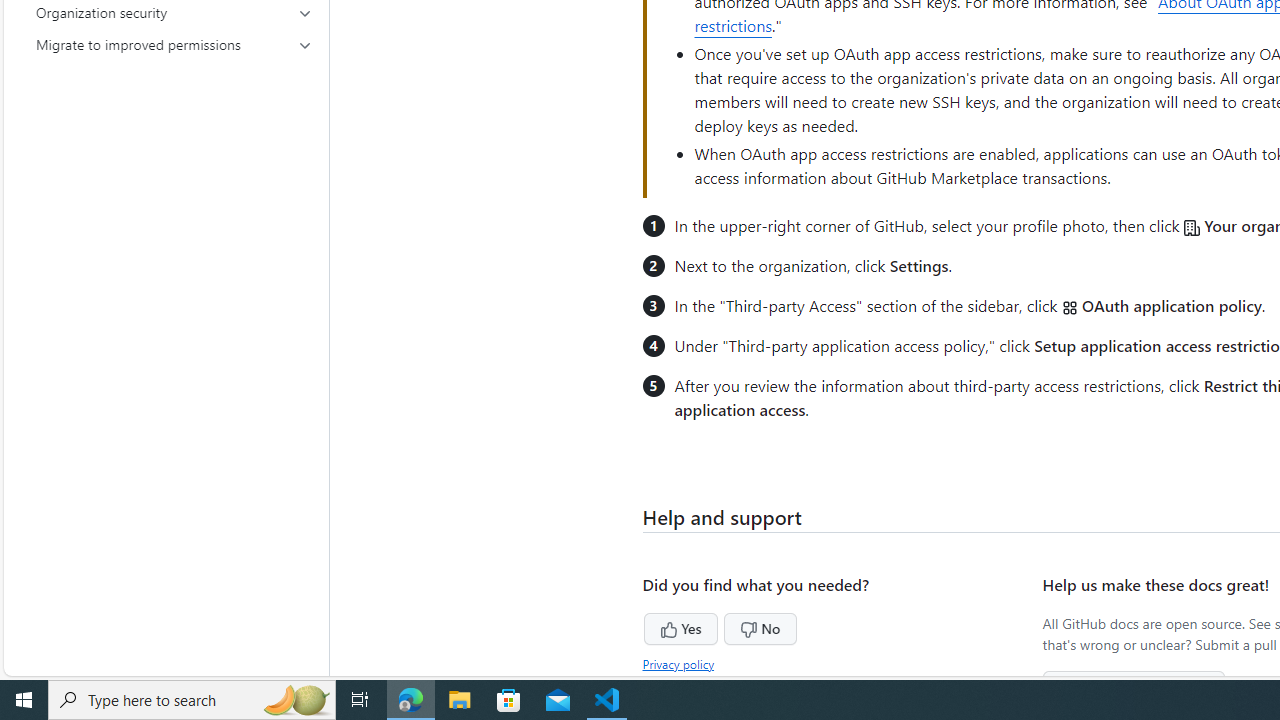 This screenshot has width=1280, height=720. Describe the element at coordinates (679, 663) in the screenshot. I see `'Privacy policy'` at that location.